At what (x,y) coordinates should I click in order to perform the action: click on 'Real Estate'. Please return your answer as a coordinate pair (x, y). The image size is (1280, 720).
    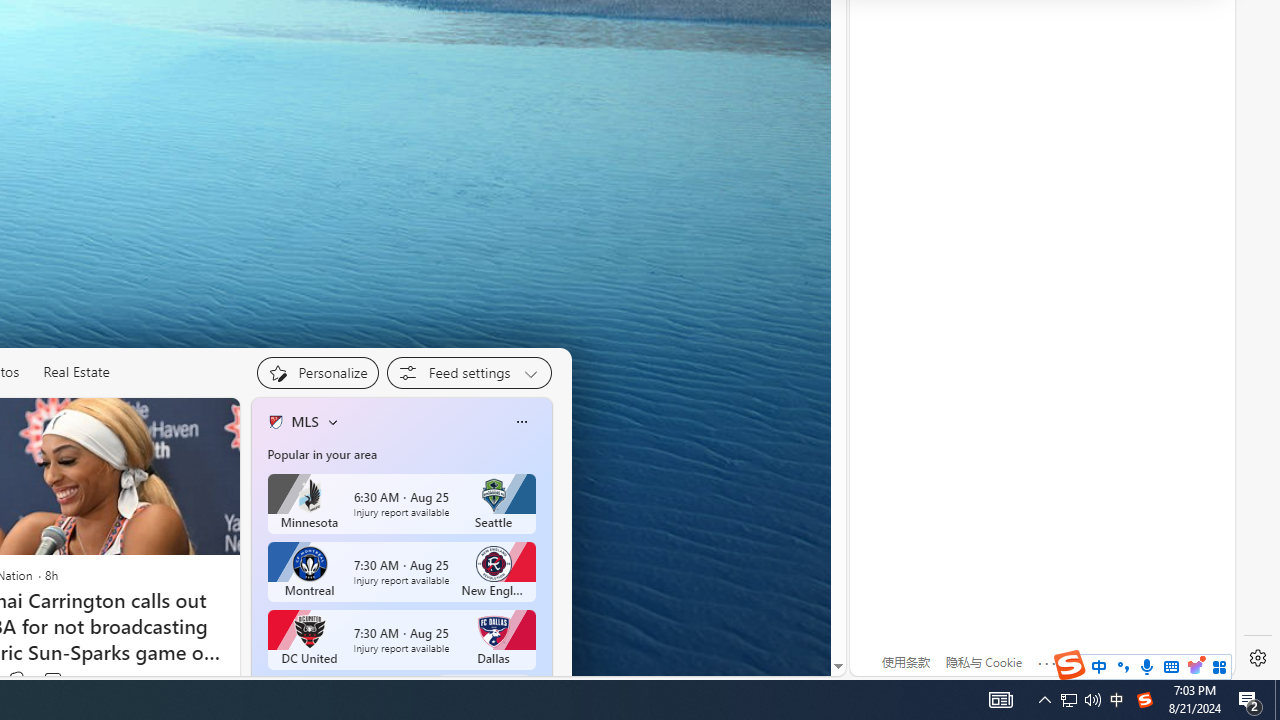
    Looking at the image, I should click on (76, 371).